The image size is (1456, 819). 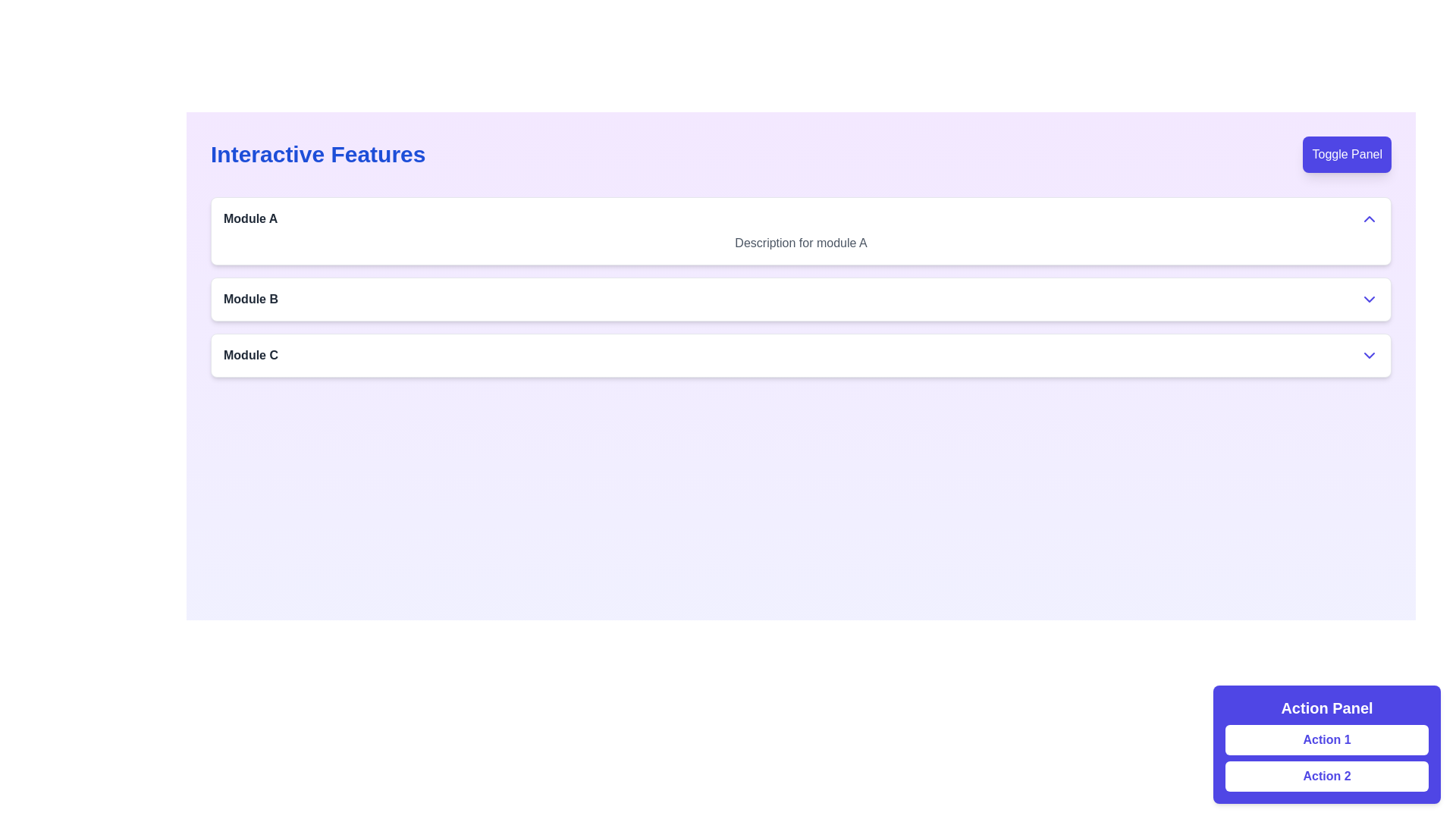 What do you see at coordinates (251, 356) in the screenshot?
I see `the Text label element located in 'Module C', which serves as the title or label of the module, positioned left-aligned adjacent to interactive elements` at bounding box center [251, 356].